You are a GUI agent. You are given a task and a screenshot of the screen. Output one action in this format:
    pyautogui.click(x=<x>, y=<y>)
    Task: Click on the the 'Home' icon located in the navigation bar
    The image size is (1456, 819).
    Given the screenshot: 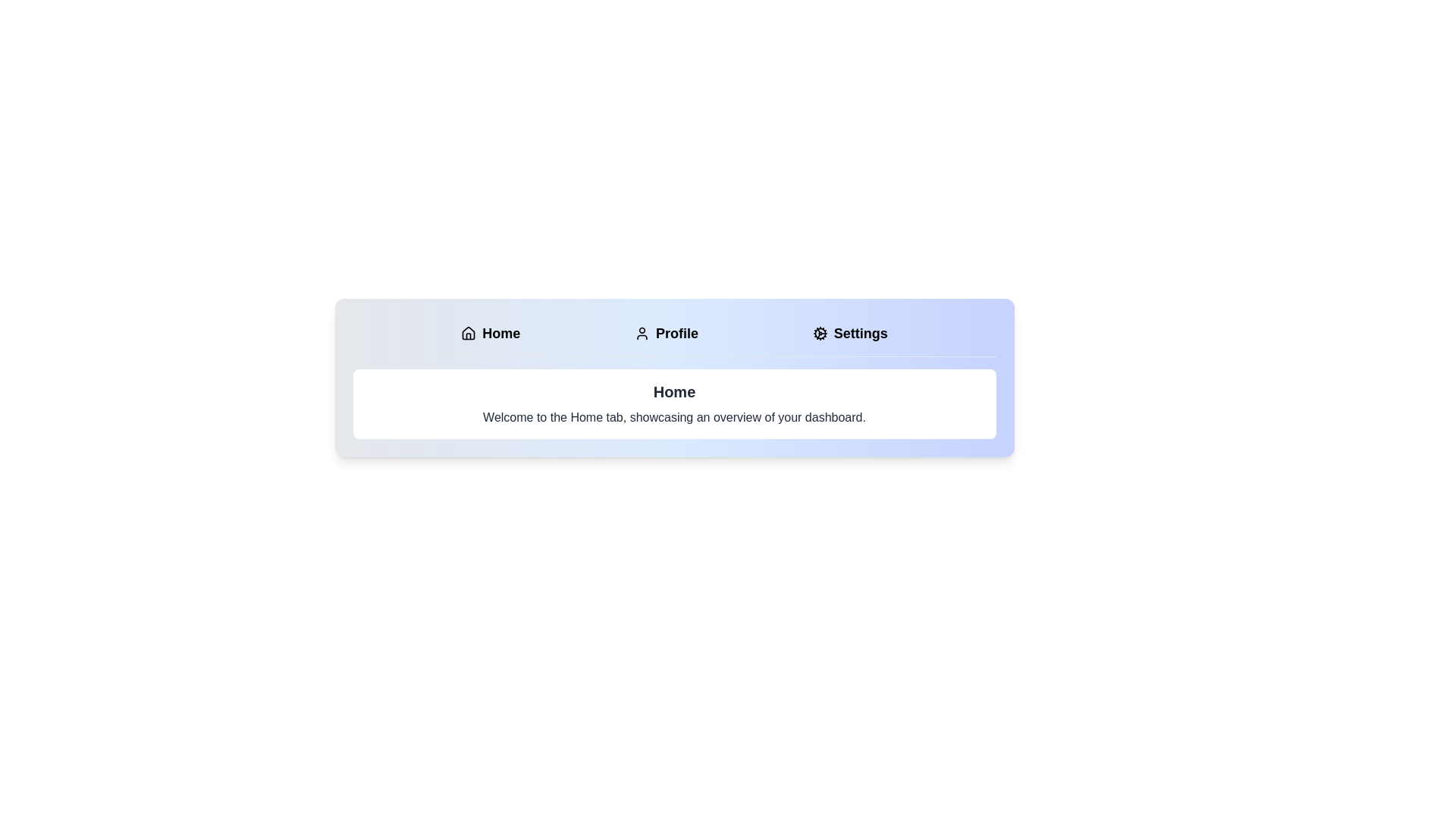 What is the action you would take?
    pyautogui.click(x=468, y=332)
    